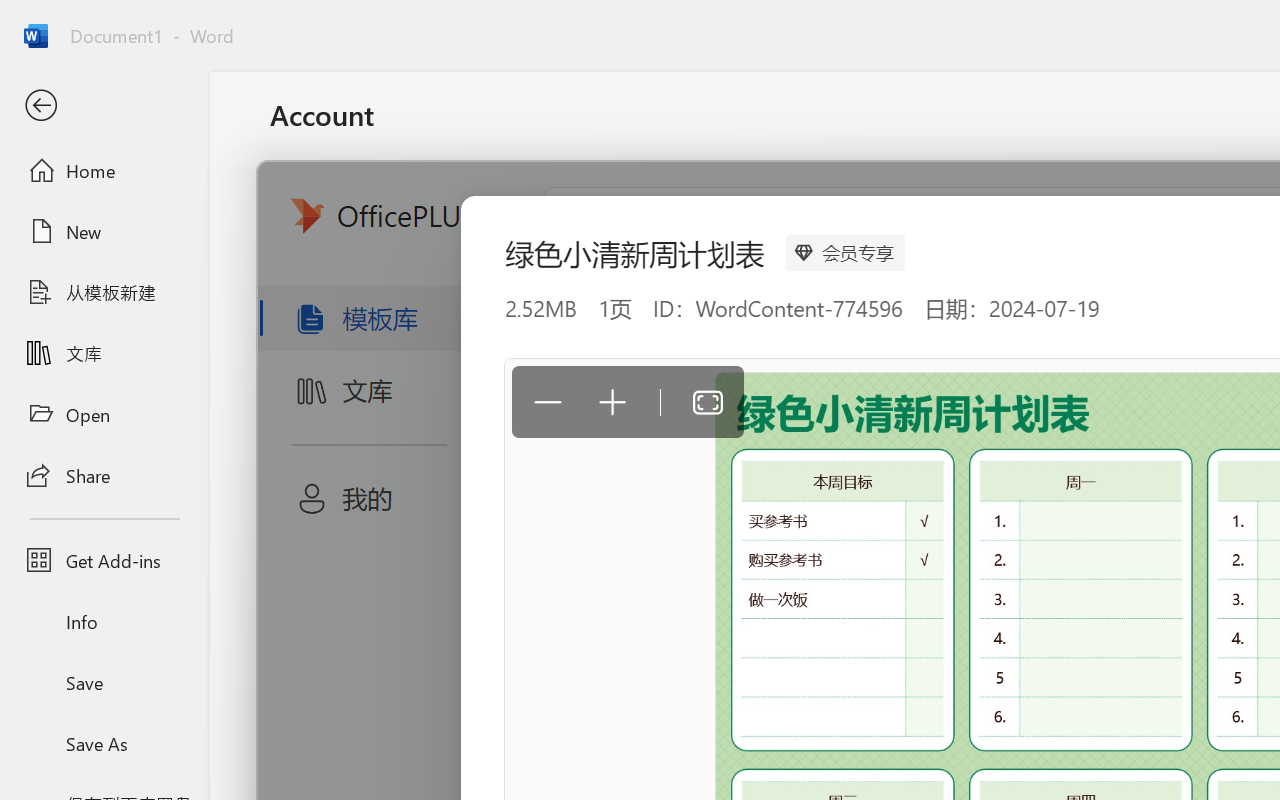 This screenshot has width=1280, height=800. Describe the element at coordinates (103, 231) in the screenshot. I see `'New'` at that location.